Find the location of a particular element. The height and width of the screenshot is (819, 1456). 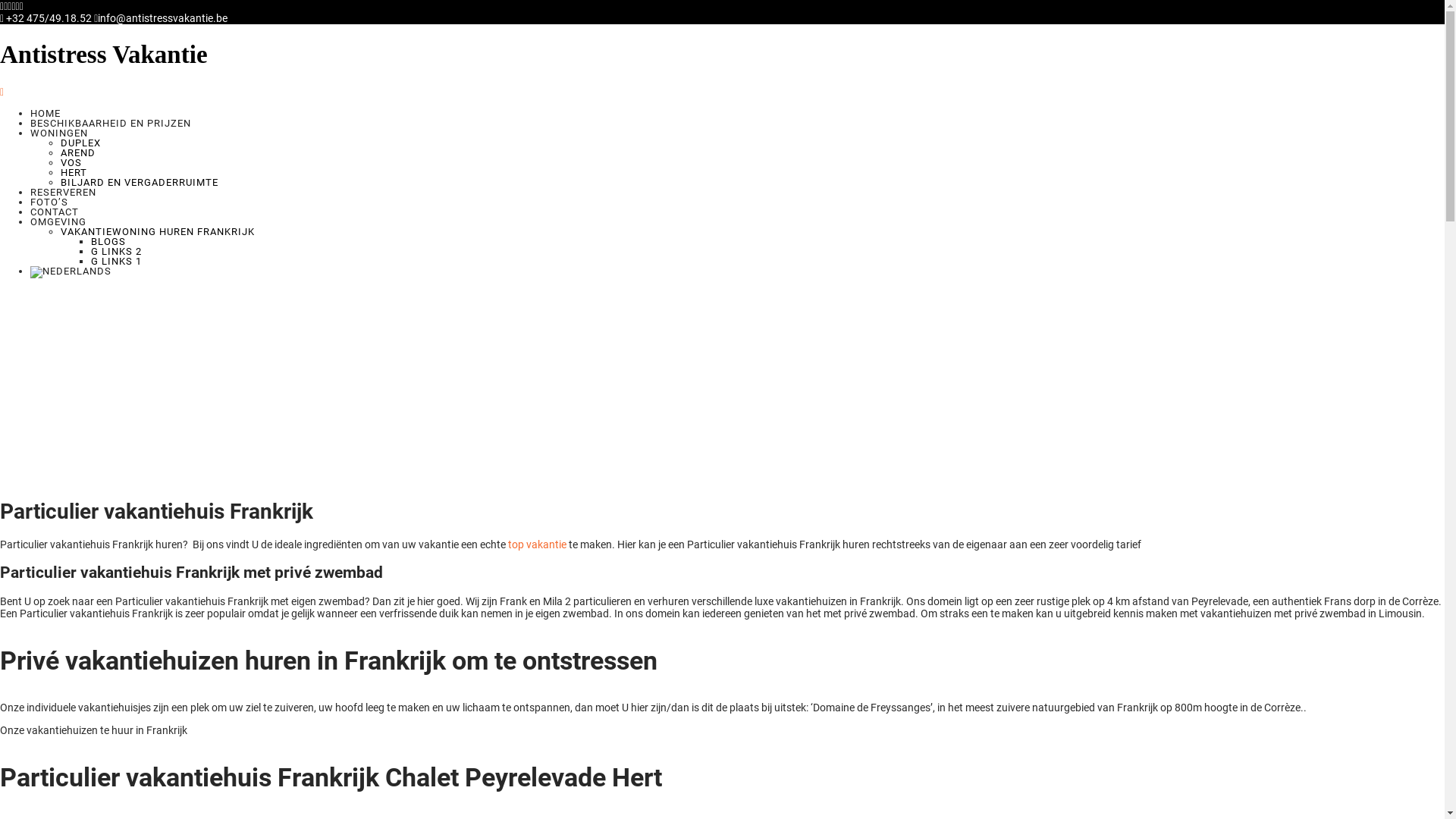

'RESERVEREN' is located at coordinates (62, 191).